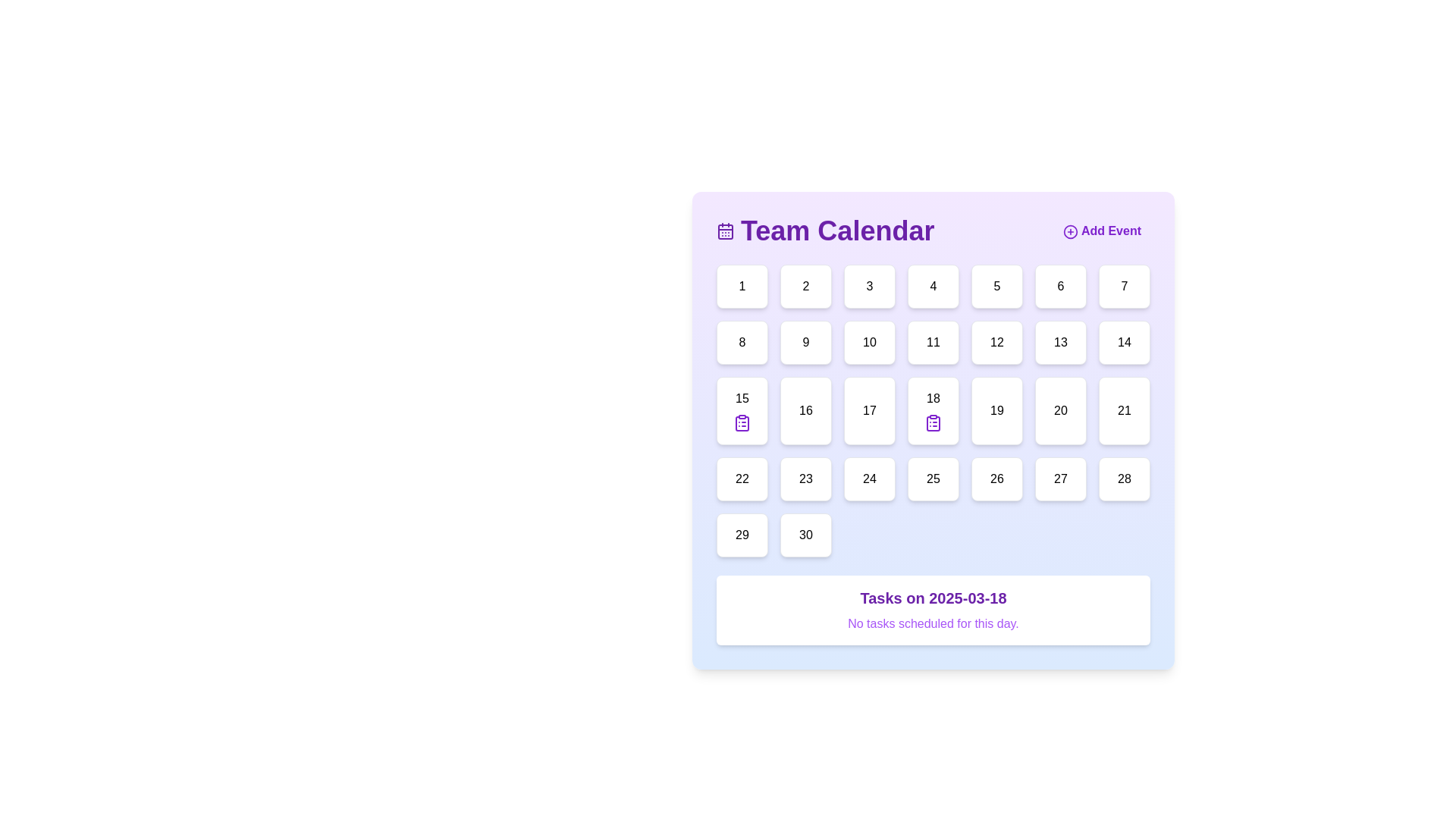 The height and width of the screenshot is (819, 1456). What do you see at coordinates (805, 342) in the screenshot?
I see `the square button with a white background and the number '9' in black, located in the second row and second column of the 'Team Calendar' panel` at bounding box center [805, 342].